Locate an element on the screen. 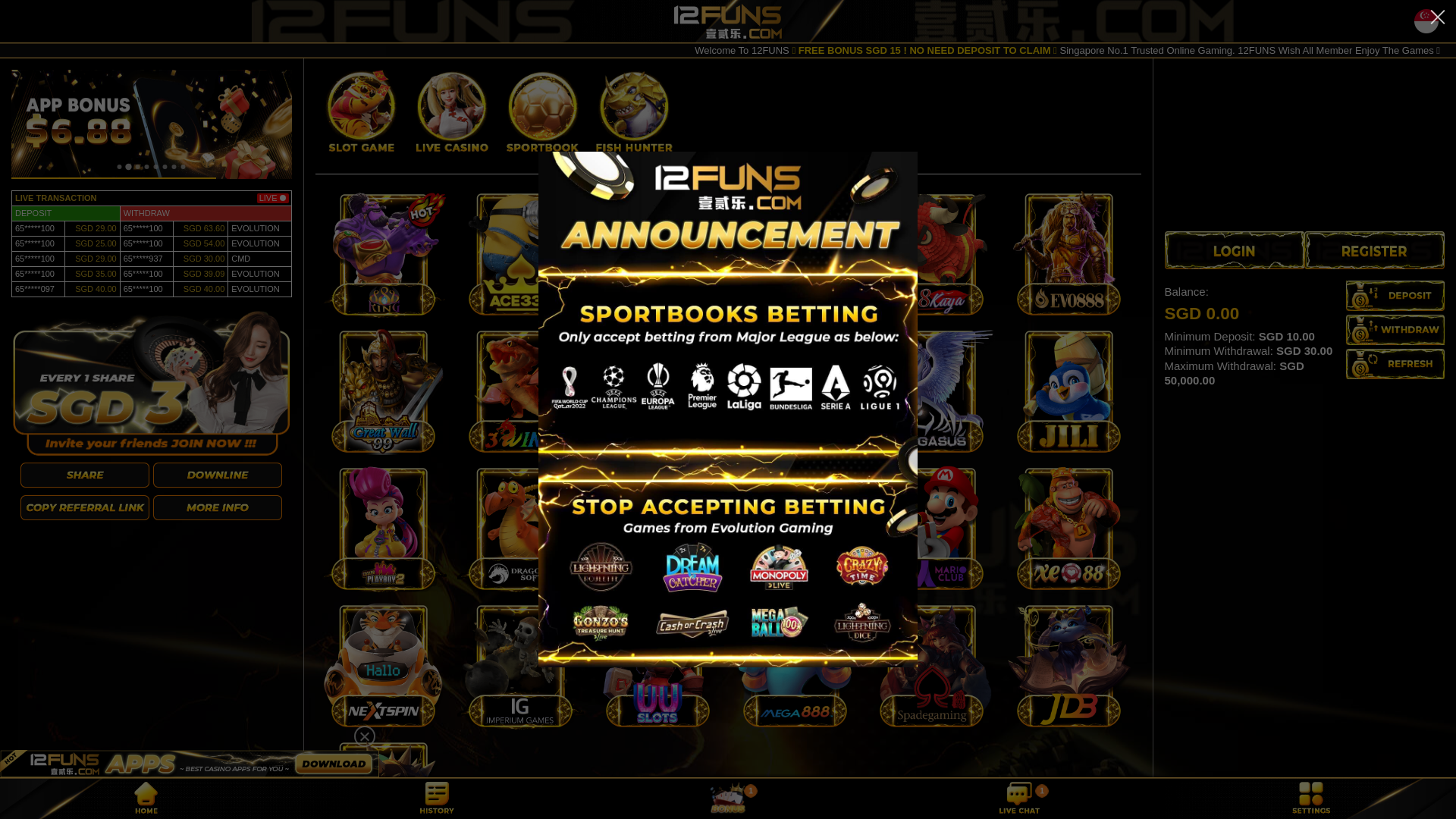 Image resolution: width=1456 pixels, height=819 pixels. 'REFRESH' is located at coordinates (1346, 363).